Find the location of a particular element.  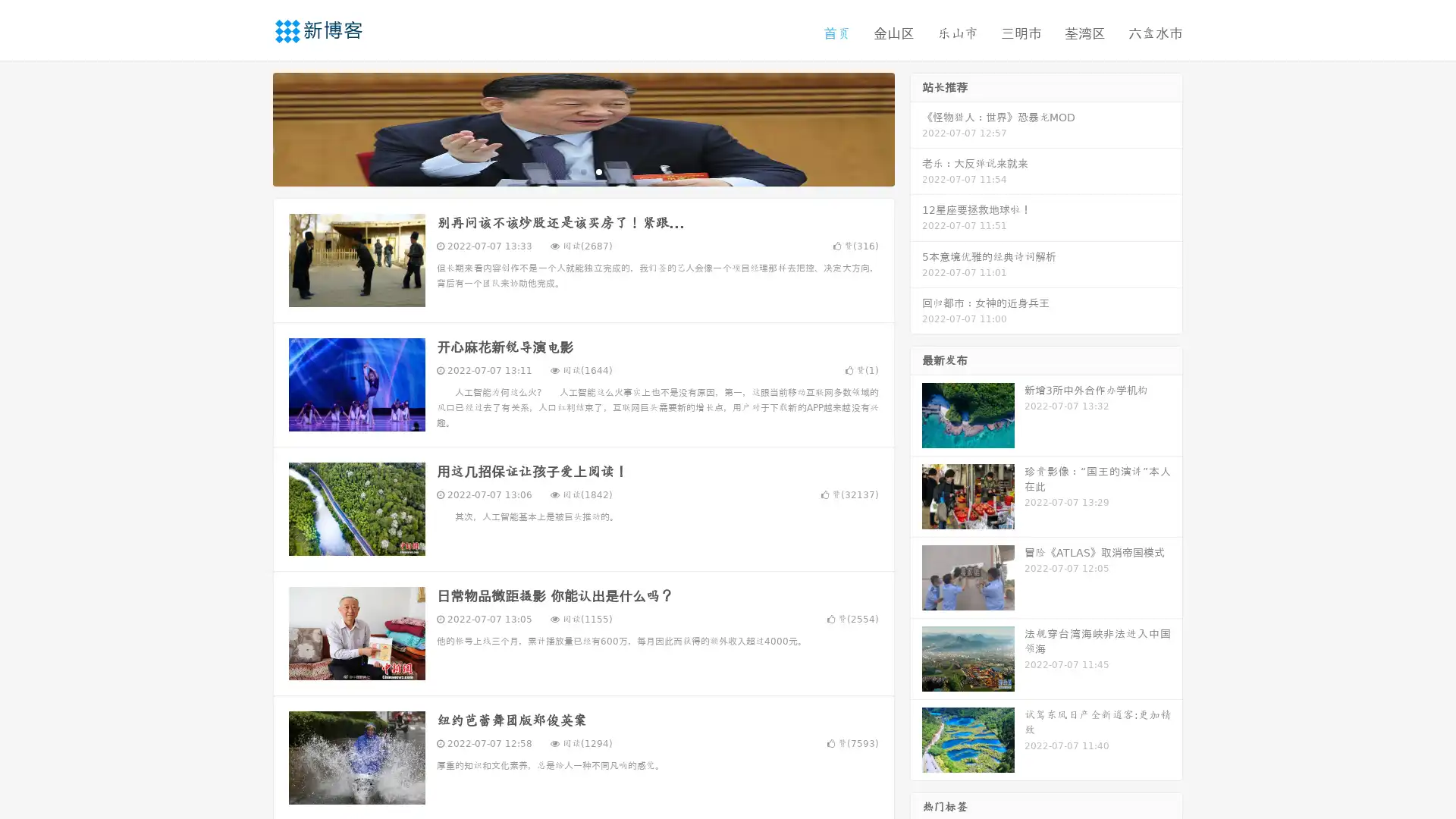

Previous slide is located at coordinates (250, 127).